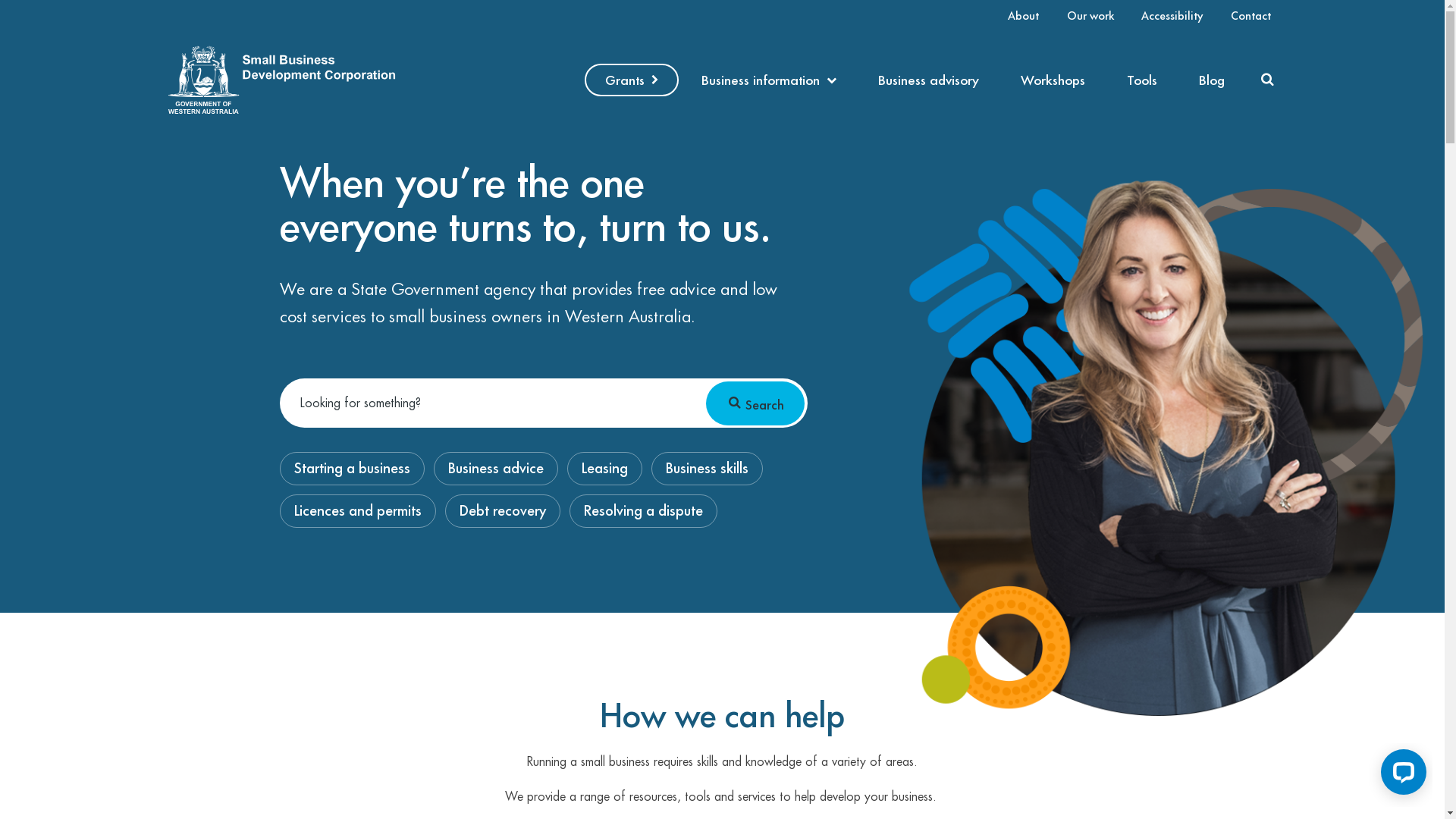 This screenshot has width=1456, height=819. Describe the element at coordinates (0, 0) in the screenshot. I see `'Skip to main content'` at that location.